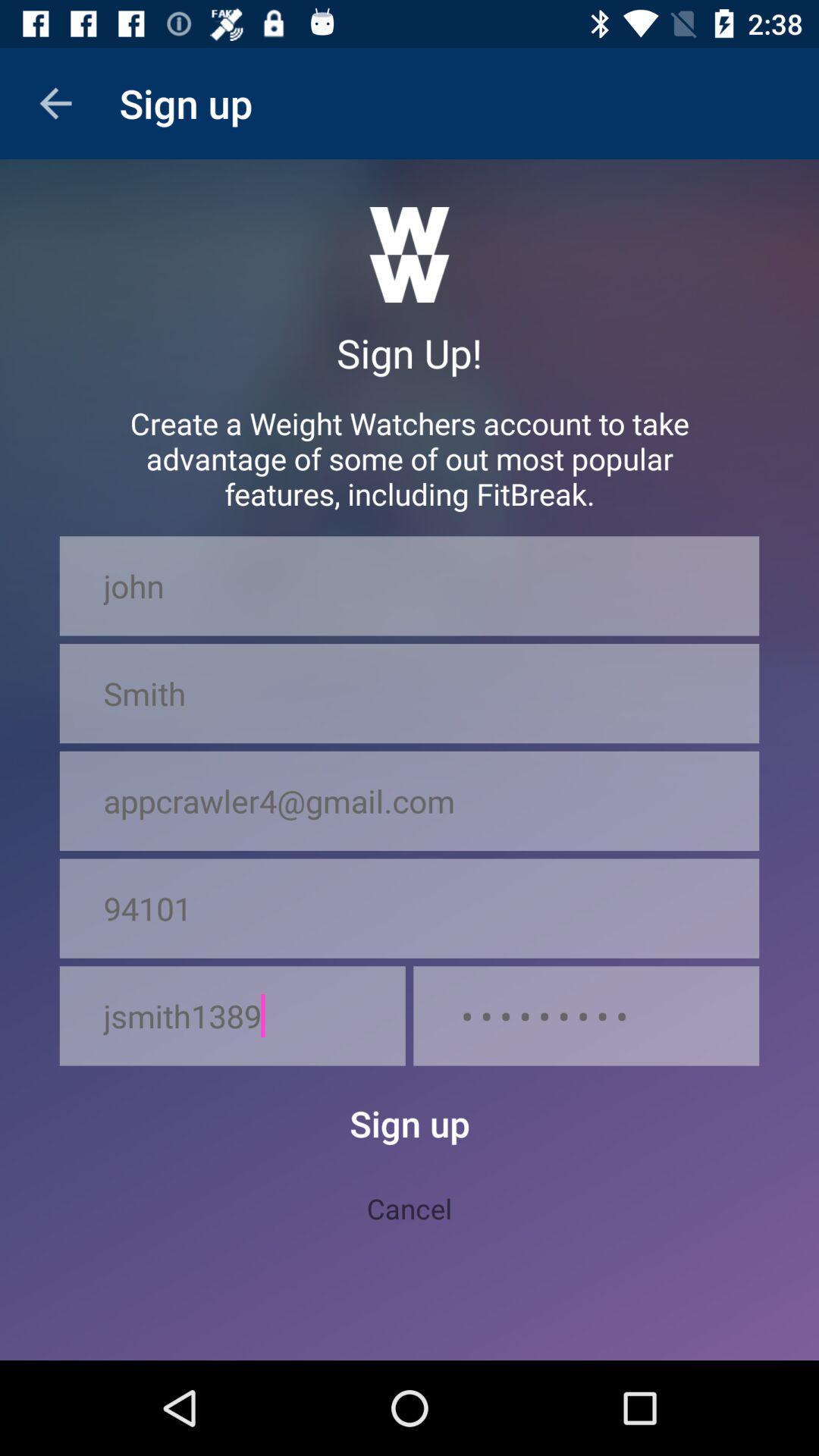  What do you see at coordinates (409, 692) in the screenshot?
I see `smith icon` at bounding box center [409, 692].